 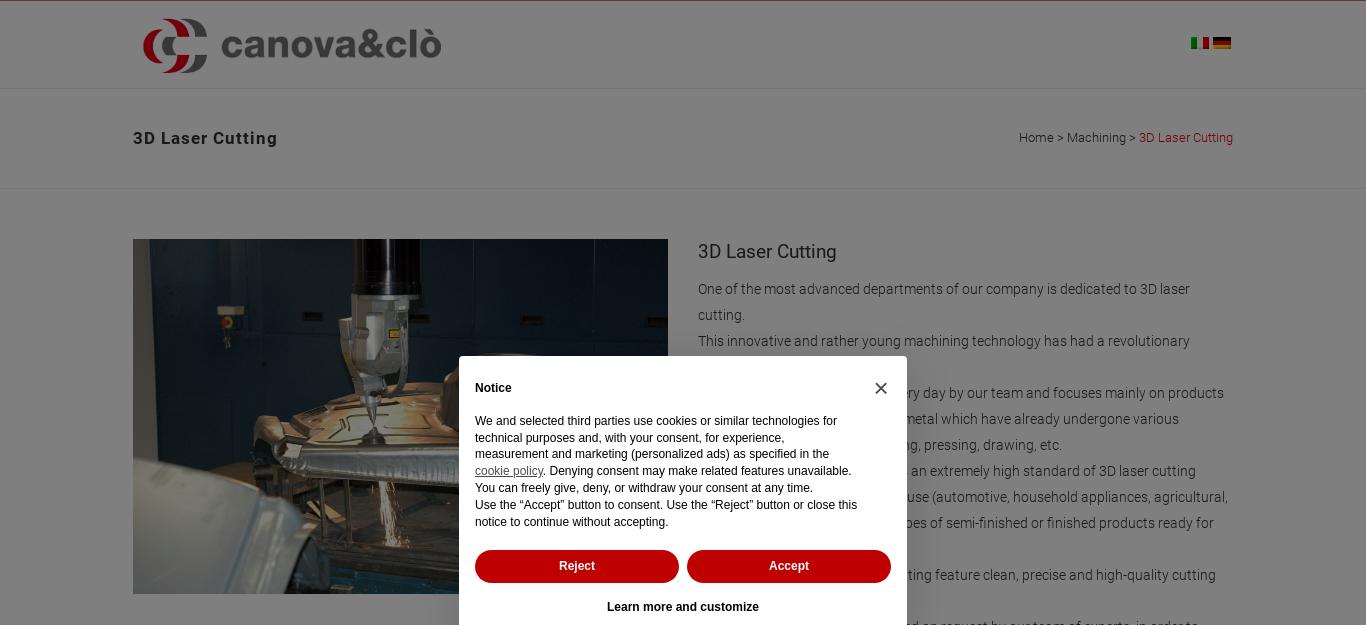 I want to click on 'Accept', so click(x=767, y=565).